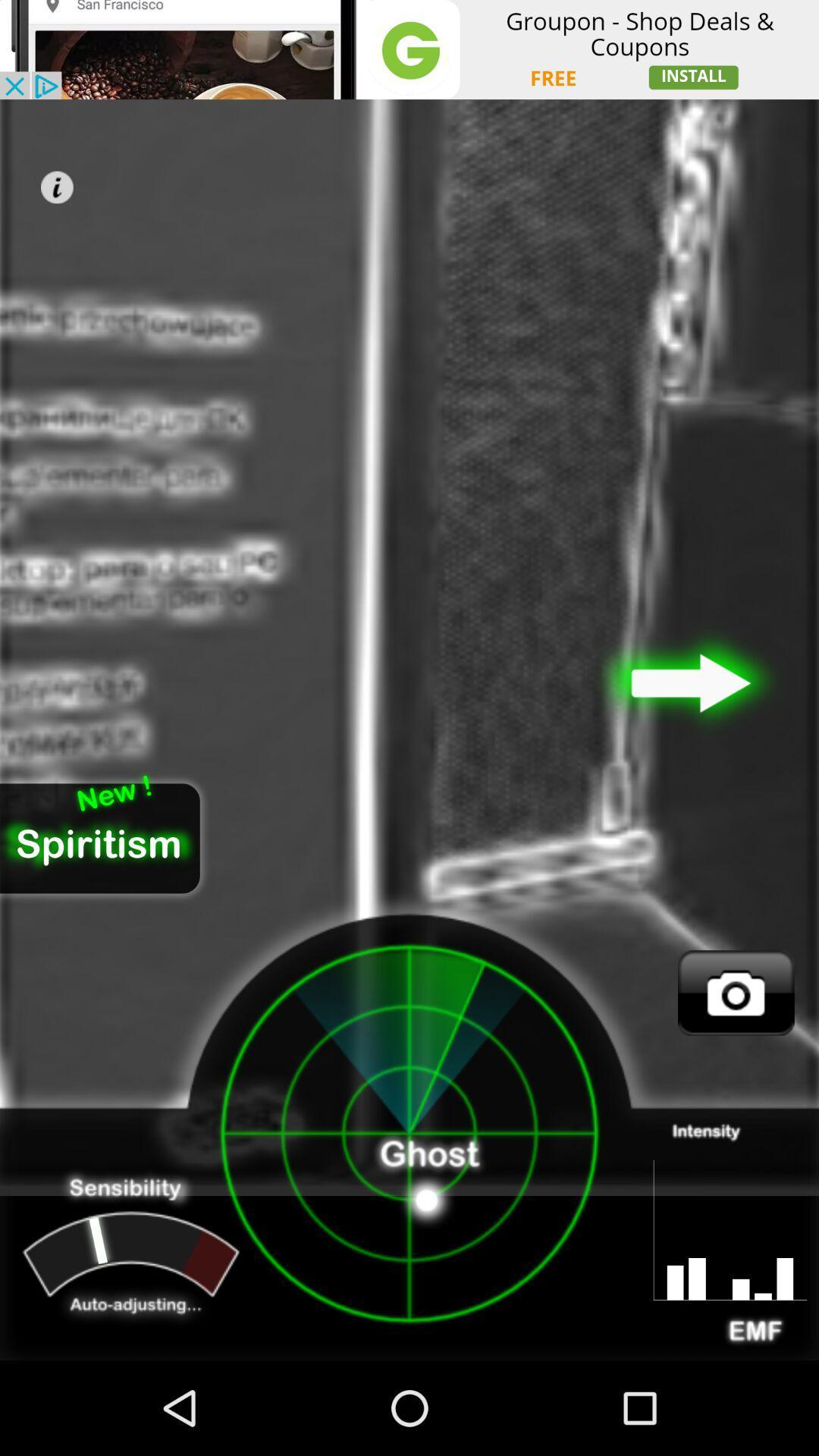  What do you see at coordinates (56, 199) in the screenshot?
I see `the info icon` at bounding box center [56, 199].